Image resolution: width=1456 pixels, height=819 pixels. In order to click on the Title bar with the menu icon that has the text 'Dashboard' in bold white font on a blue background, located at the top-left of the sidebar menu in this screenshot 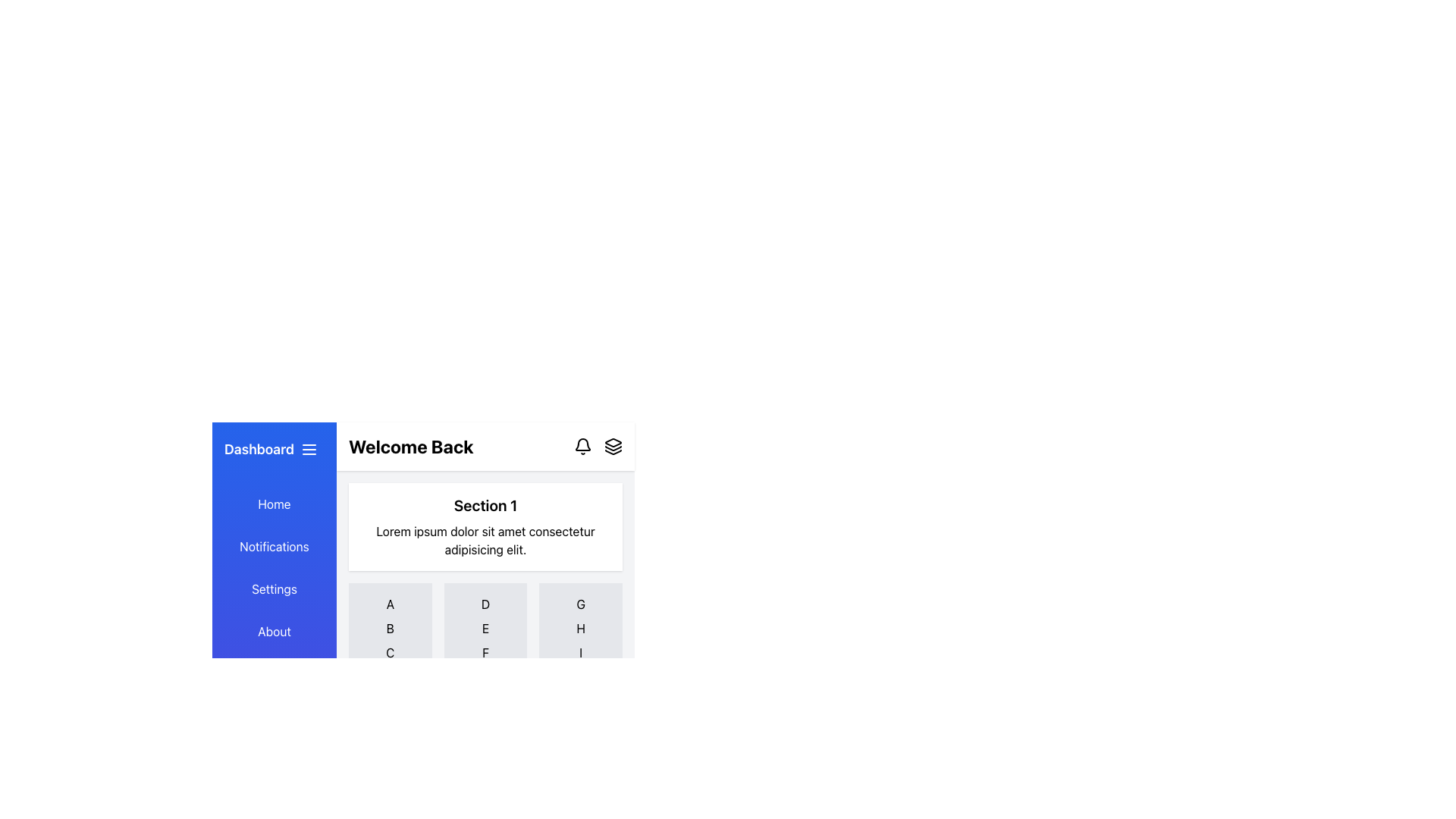, I will do `click(274, 449)`.